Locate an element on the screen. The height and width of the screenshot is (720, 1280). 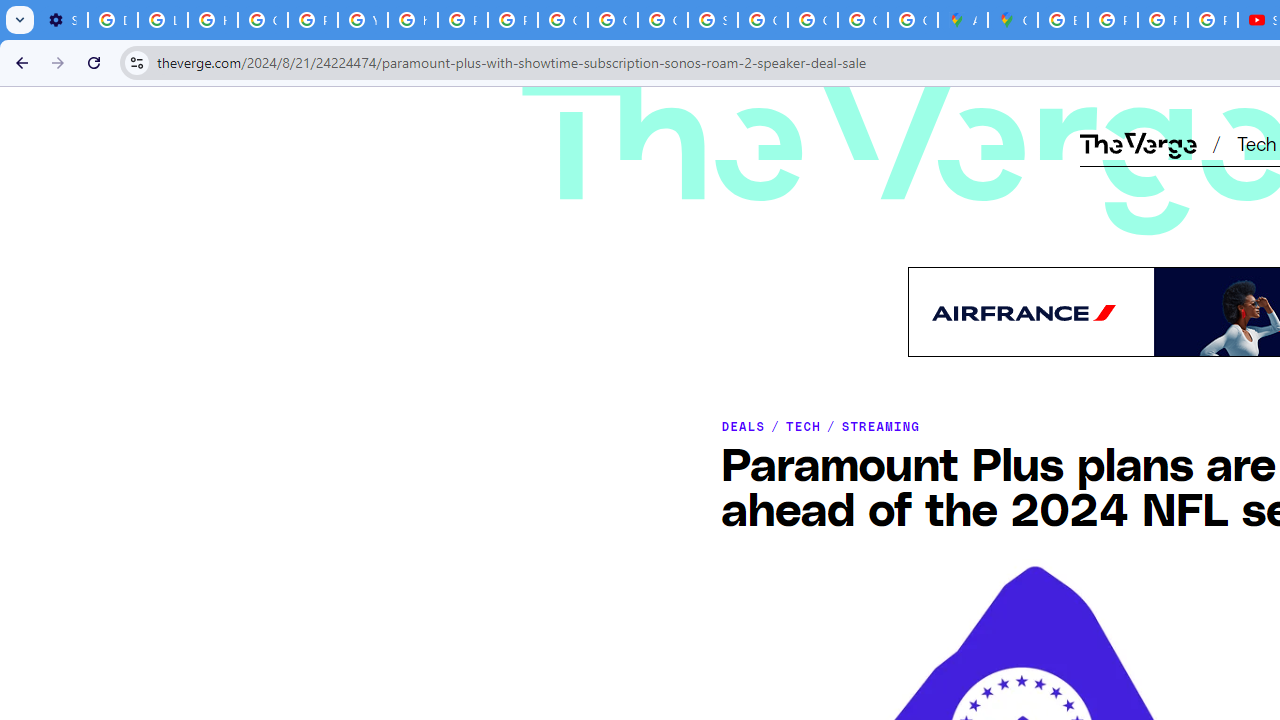
'Privacy Help Center - Policies Help' is located at coordinates (1111, 20).